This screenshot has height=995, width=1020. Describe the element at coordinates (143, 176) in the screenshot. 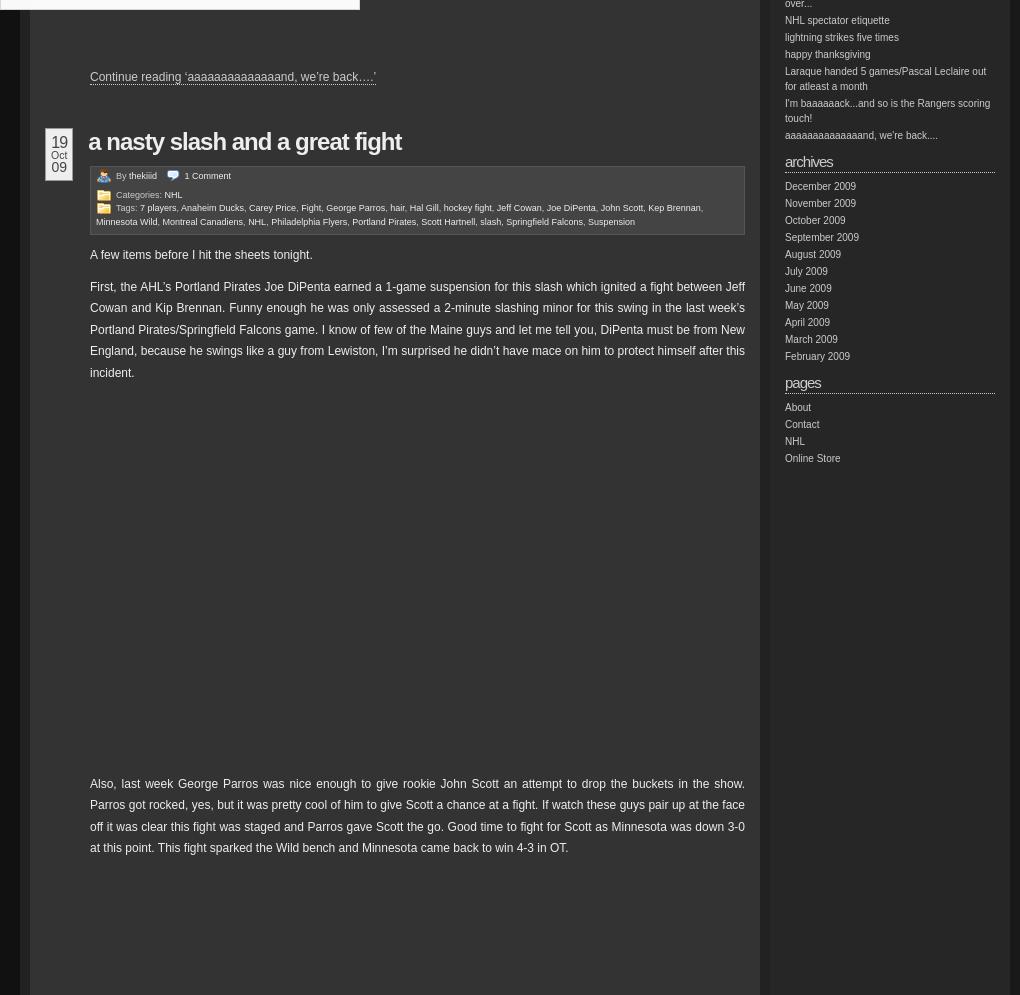

I see `'thekiiid'` at that location.